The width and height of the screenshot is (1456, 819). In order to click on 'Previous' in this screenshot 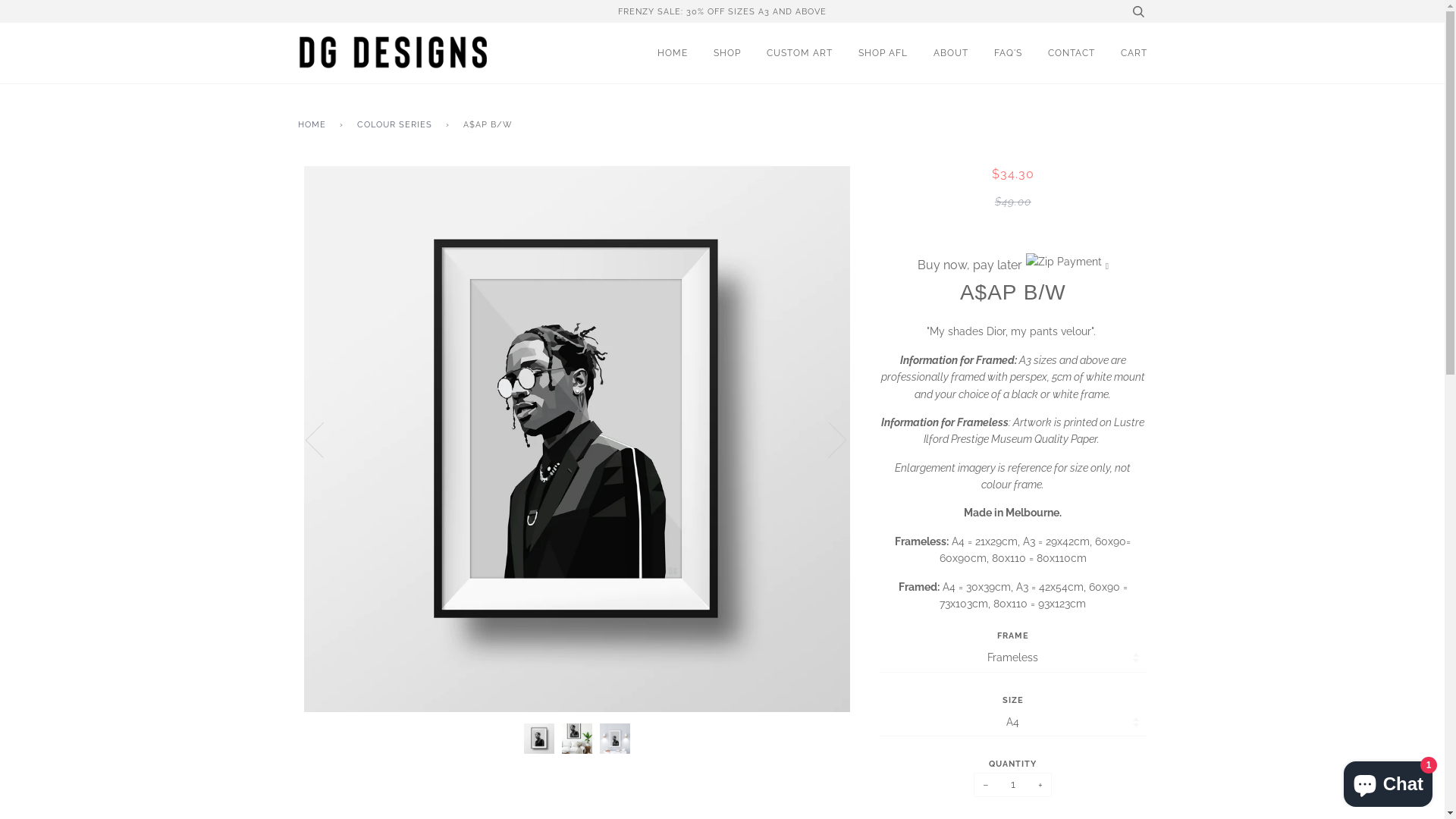, I will do `click(322, 438)`.